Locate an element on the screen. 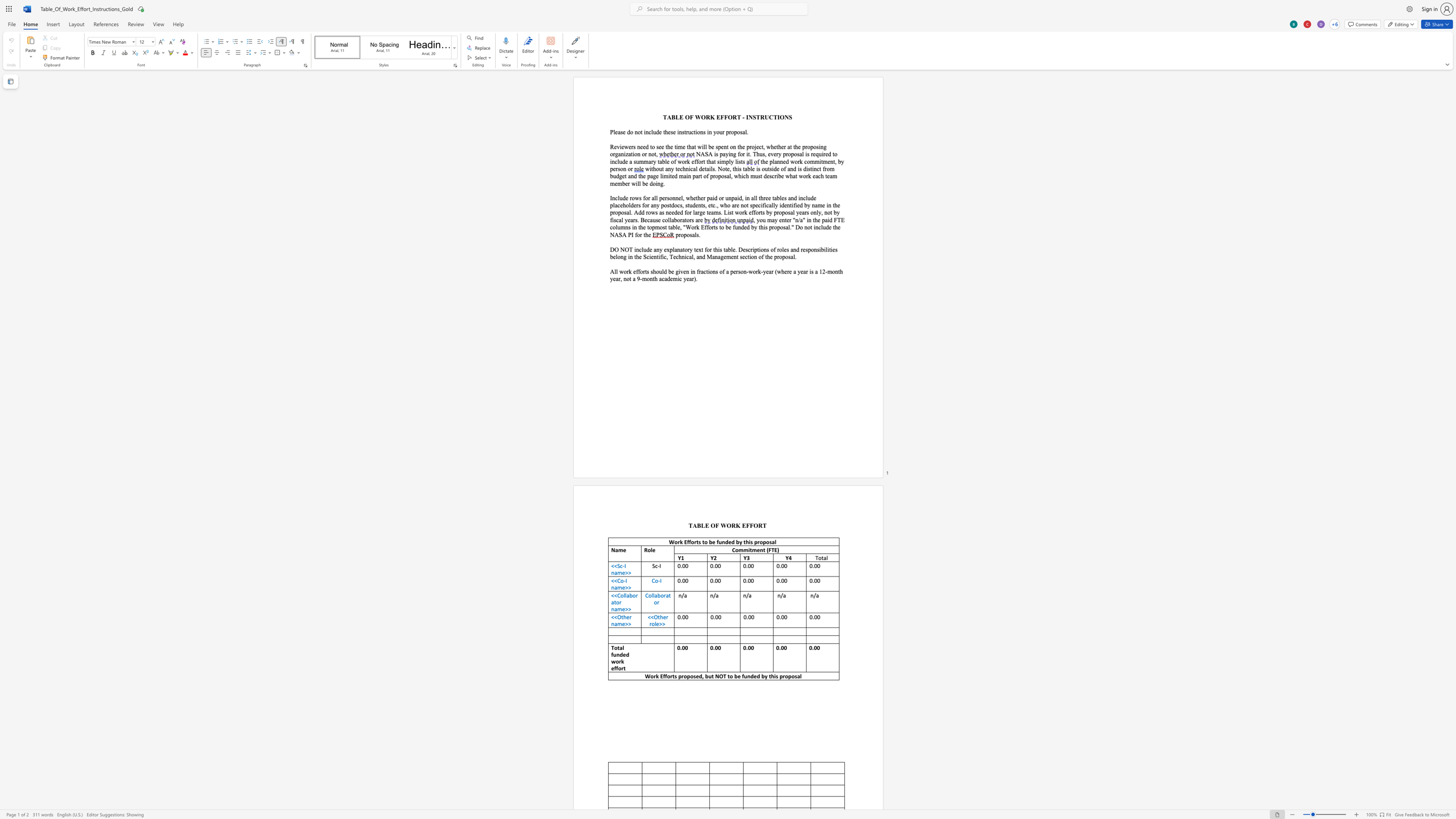 The width and height of the screenshot is (1456, 819). the space between the continuous character "N" and "A" in the text is located at coordinates (700, 153).